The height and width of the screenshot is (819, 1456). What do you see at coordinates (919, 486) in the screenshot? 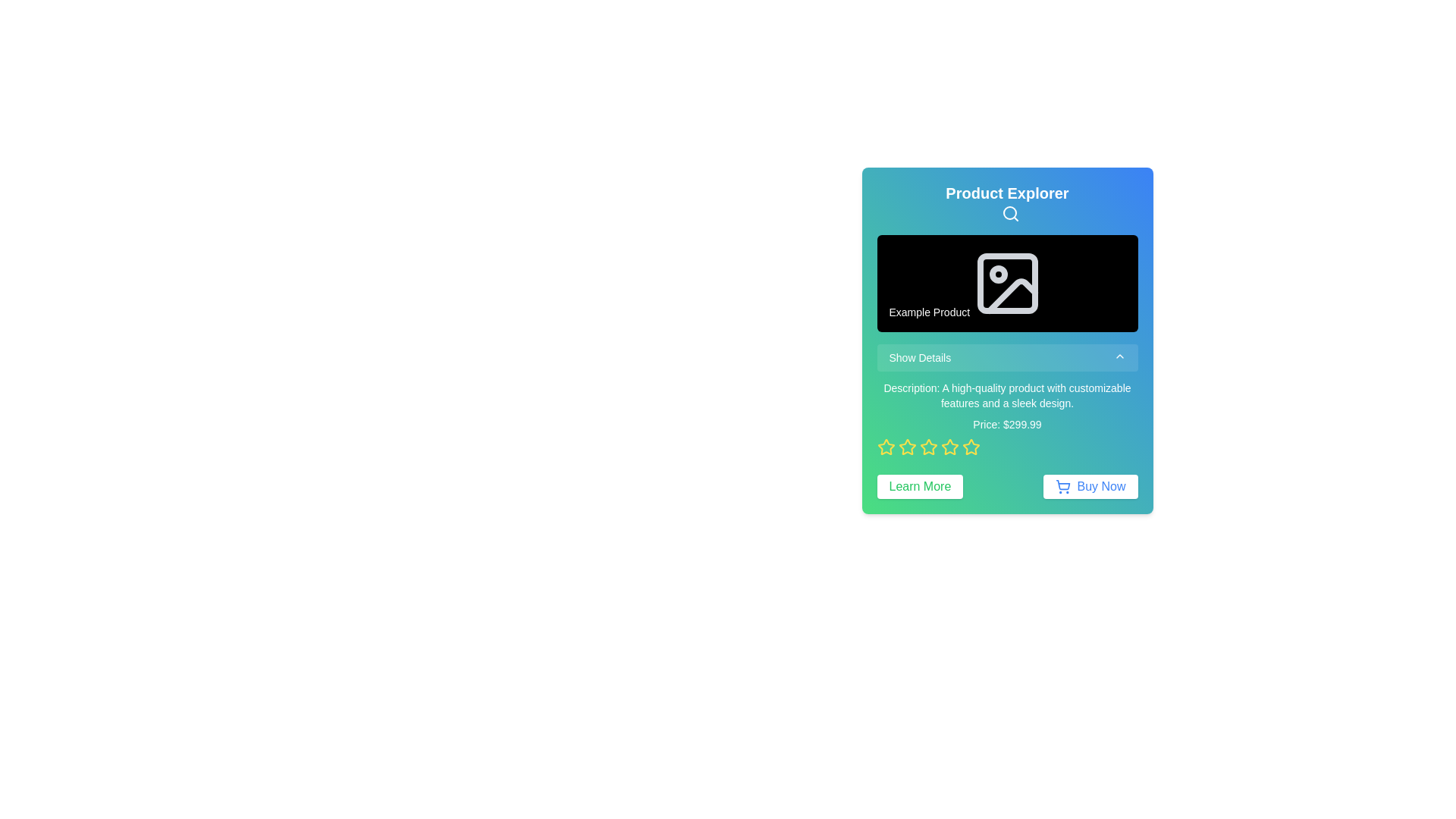
I see `the 'Learn More' button, which is a rectangular button with rounded edges, green text on a white background, positioned below a rating section and to the left of the 'Buy Now' button` at bounding box center [919, 486].